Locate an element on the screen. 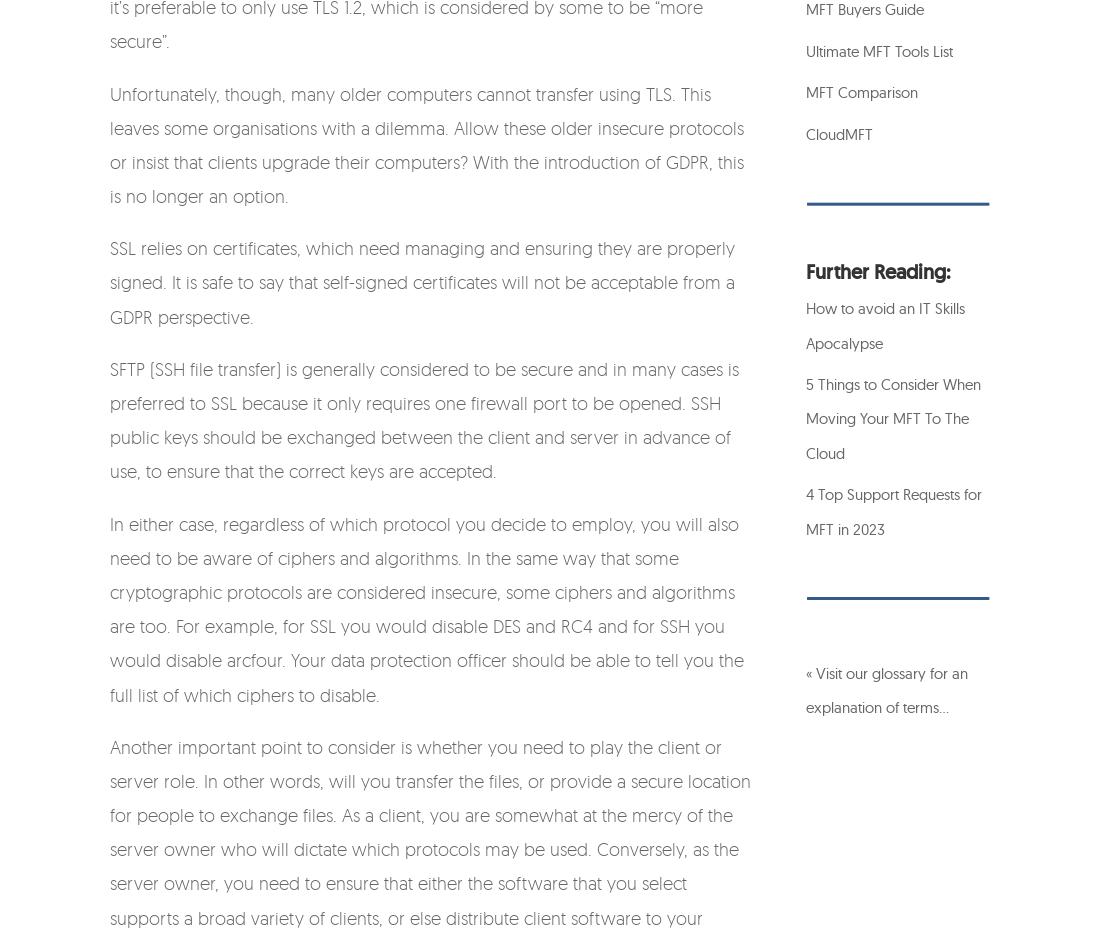 This screenshot has height=939, width=1100. 'SFTP (SSH file transfer) is generally considered to be secure and in many cases is preferred to SSL because it only requires one firewall port to be opened. SSH public keys should be exchanged between the client and server in advance of use, to ensure that the correct keys are accepted.' is located at coordinates (423, 418).